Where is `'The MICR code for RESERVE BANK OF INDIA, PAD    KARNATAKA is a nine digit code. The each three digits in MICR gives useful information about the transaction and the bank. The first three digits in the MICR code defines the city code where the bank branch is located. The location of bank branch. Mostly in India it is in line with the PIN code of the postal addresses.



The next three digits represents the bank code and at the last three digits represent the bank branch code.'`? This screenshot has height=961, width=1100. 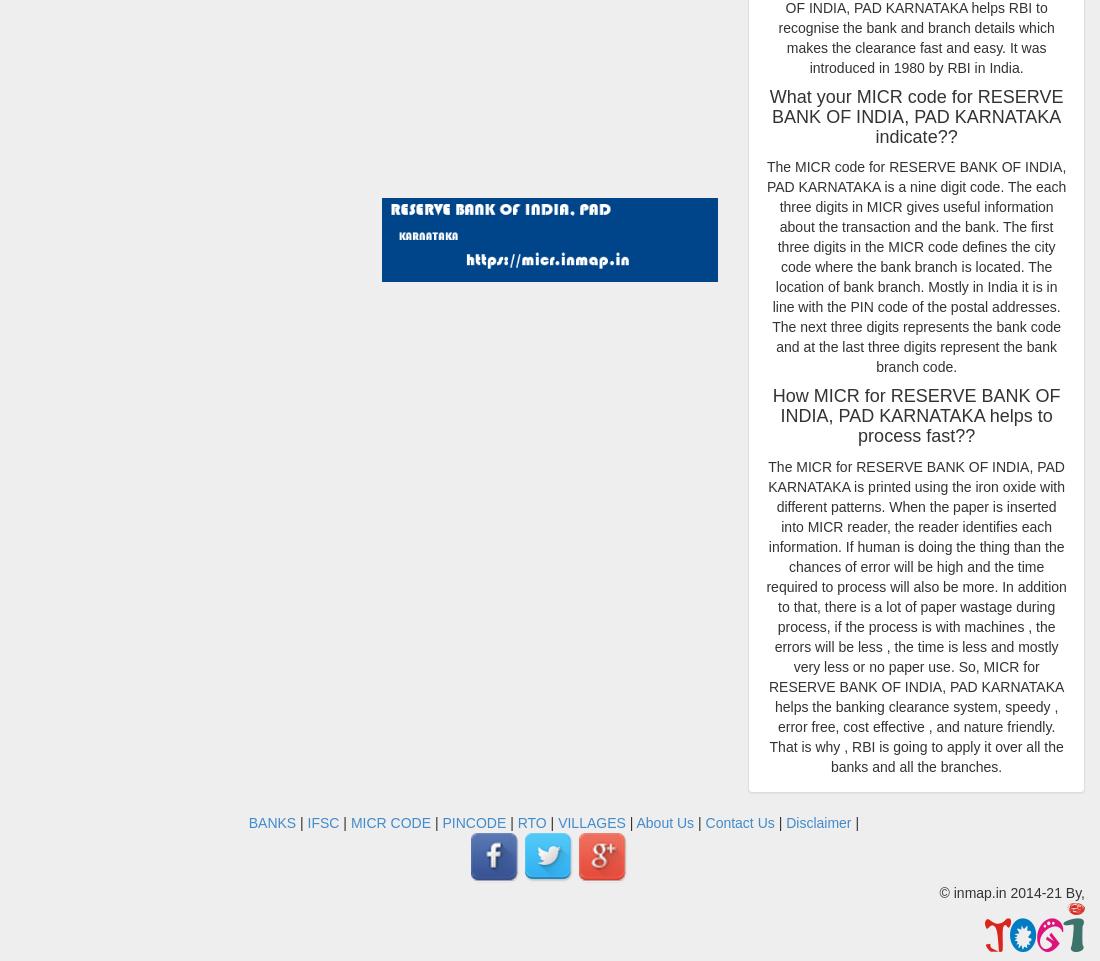 'The MICR code for RESERVE BANK OF INDIA, PAD    KARNATAKA is a nine digit code. The each three digits in MICR gives useful information about the transaction and the bank. The first three digits in the MICR code defines the city code where the bank branch is located. The location of bank branch. Mostly in India it is in line with the PIN code of the postal addresses.



The next three digits represents the bank code and at the last three digits represent the bank branch code.' is located at coordinates (766, 265).